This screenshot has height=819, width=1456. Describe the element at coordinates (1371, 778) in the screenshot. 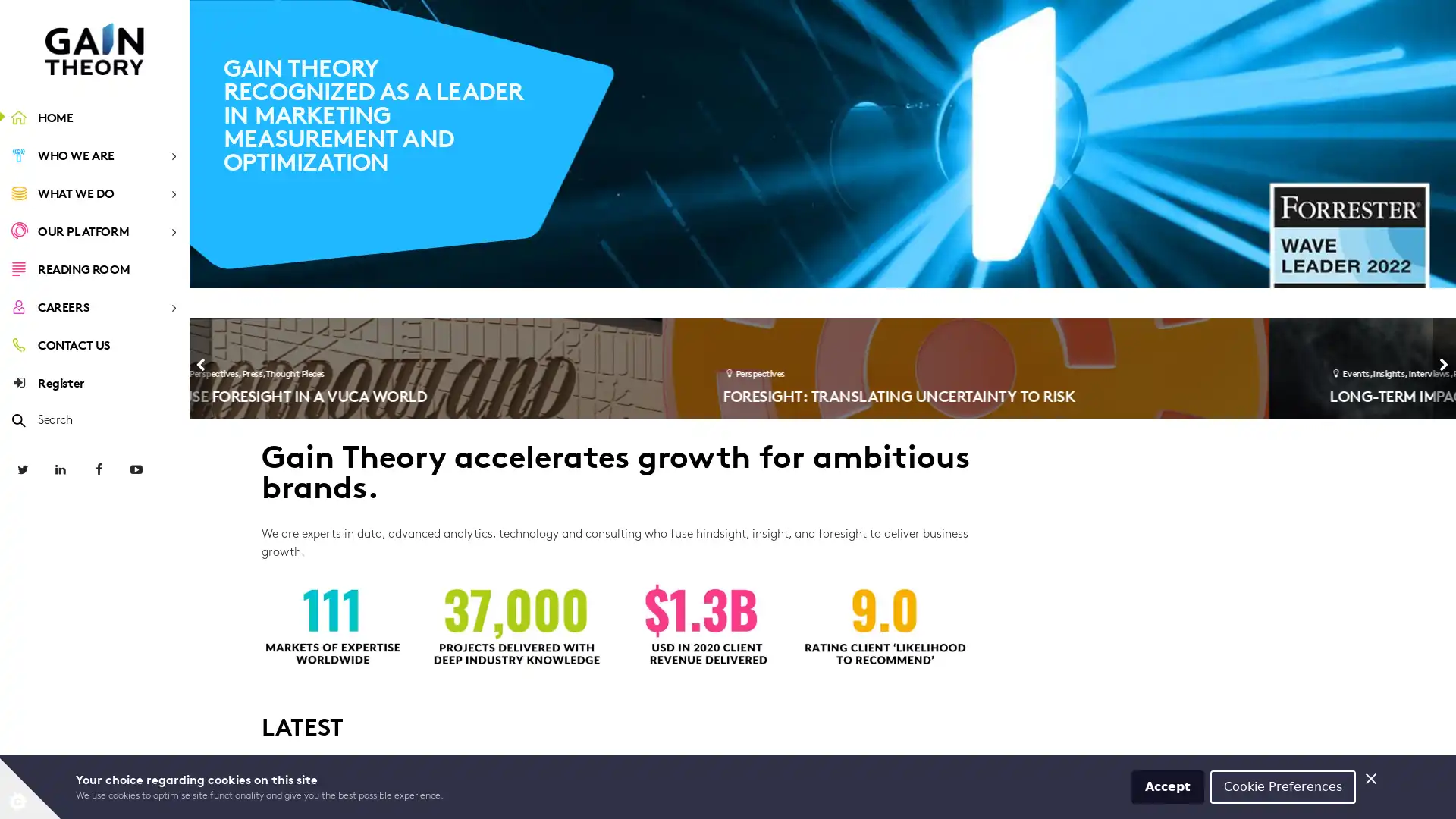

I see `Close` at that location.